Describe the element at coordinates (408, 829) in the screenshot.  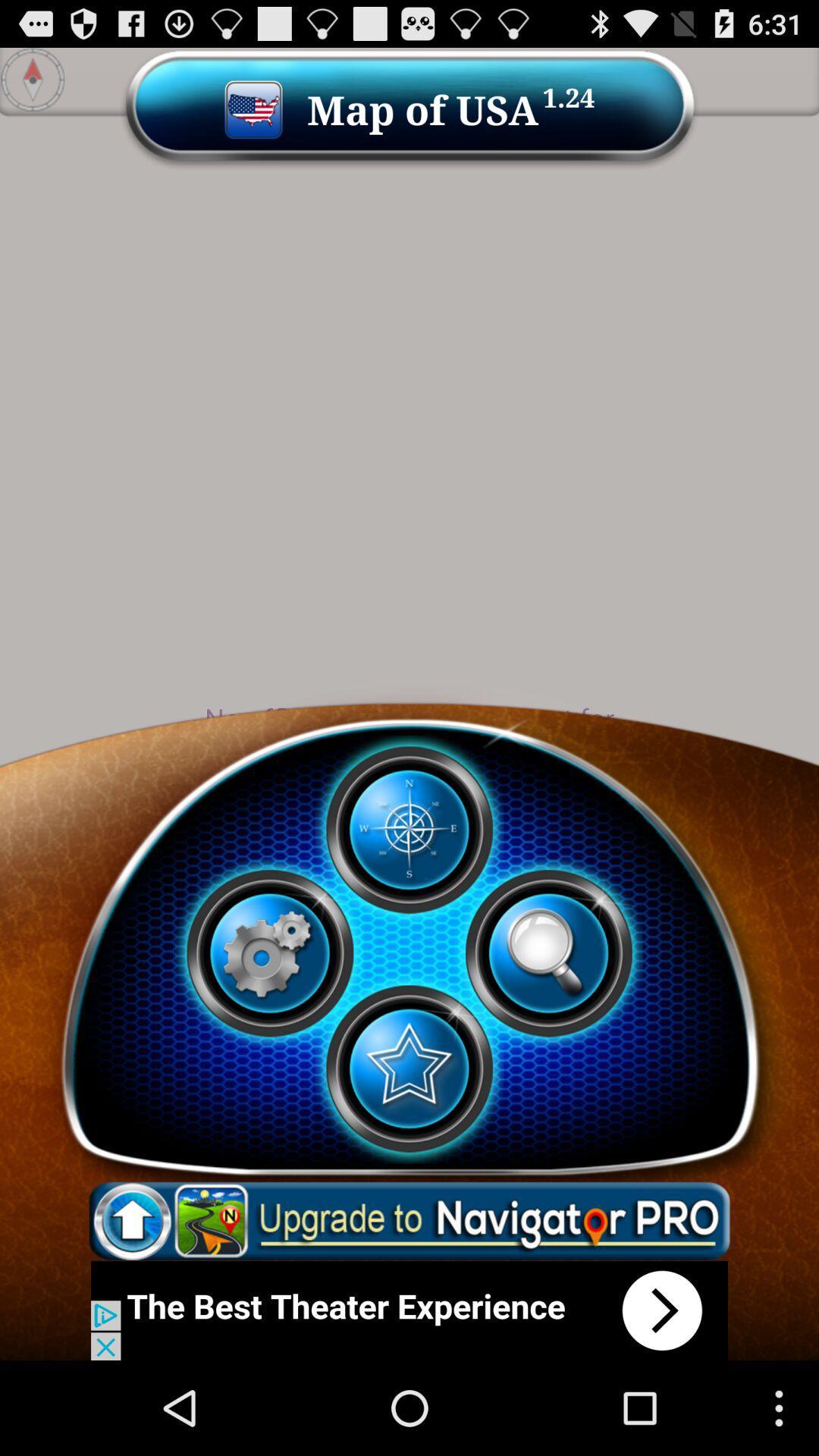
I see `open map` at that location.